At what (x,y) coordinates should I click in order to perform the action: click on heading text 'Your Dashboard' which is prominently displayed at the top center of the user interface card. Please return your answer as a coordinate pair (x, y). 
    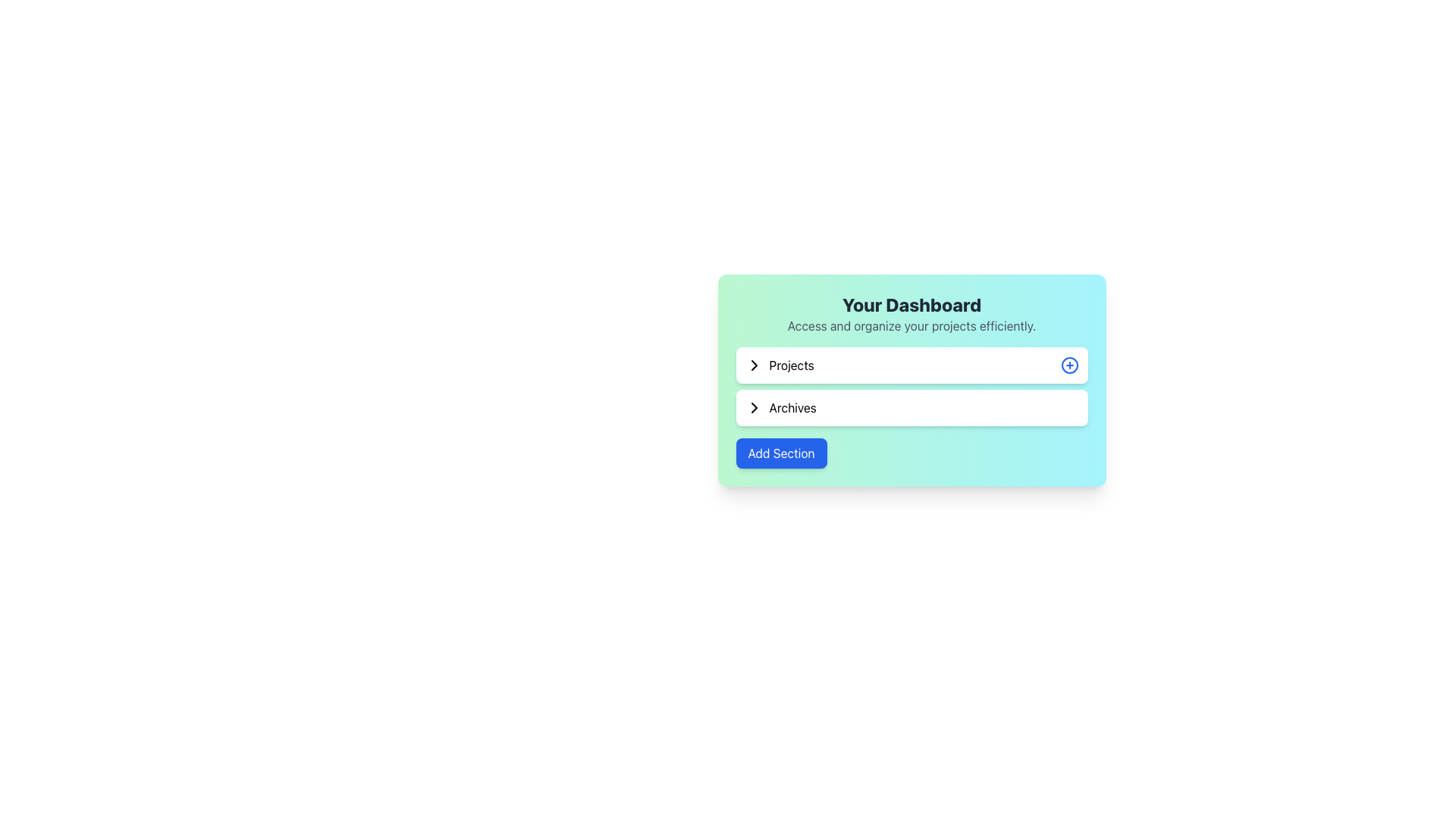
    Looking at the image, I should click on (911, 304).